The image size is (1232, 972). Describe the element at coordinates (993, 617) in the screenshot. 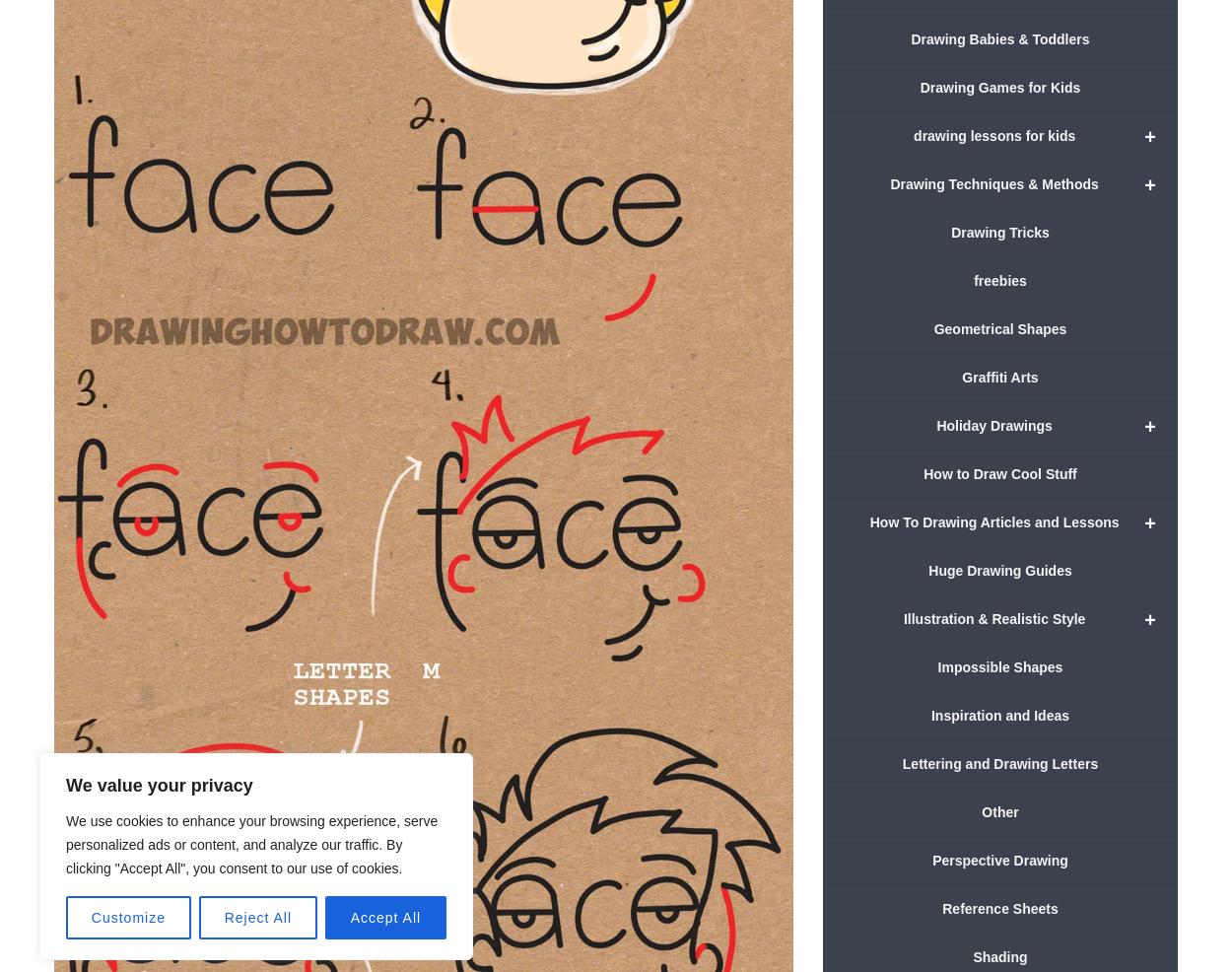

I see `'Illustration & Realistic Style'` at that location.